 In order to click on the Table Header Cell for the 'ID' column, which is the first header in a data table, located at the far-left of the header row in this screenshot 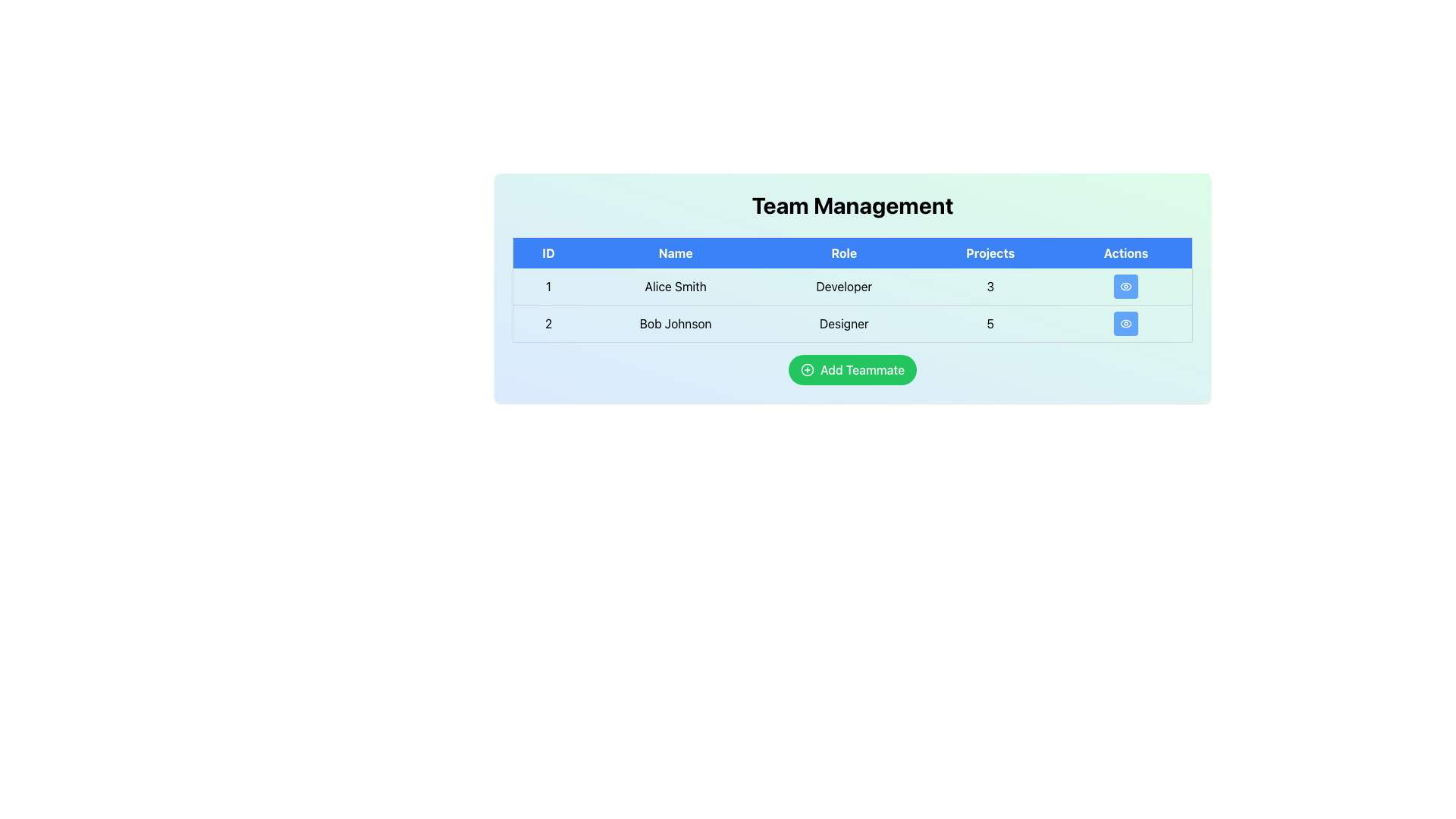, I will do `click(548, 252)`.